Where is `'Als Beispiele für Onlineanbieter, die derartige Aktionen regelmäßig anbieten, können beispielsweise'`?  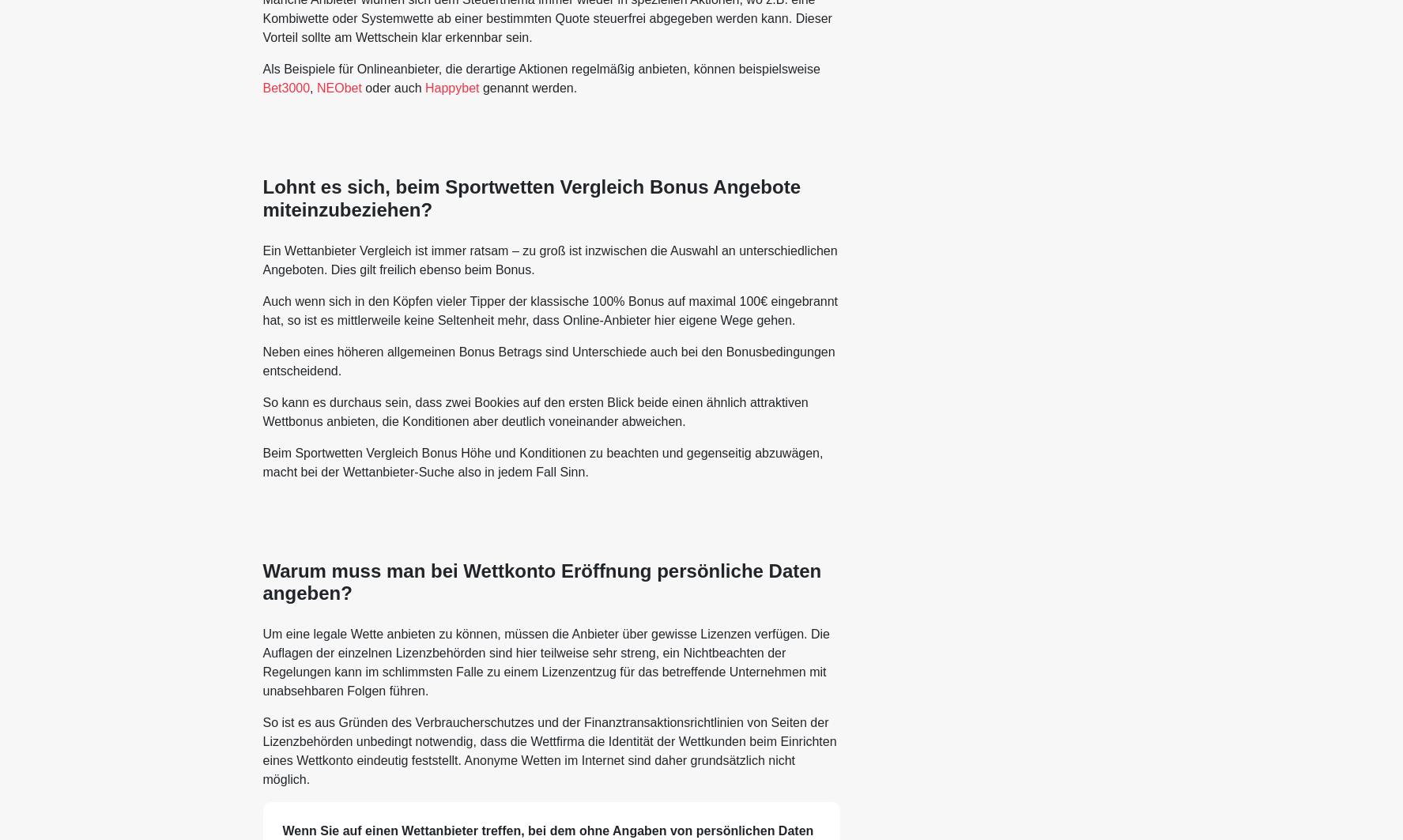
'Als Beispiele für Onlineanbieter, die derartige Aktionen regelmäßig anbieten, können beispielsweise' is located at coordinates (540, 68).